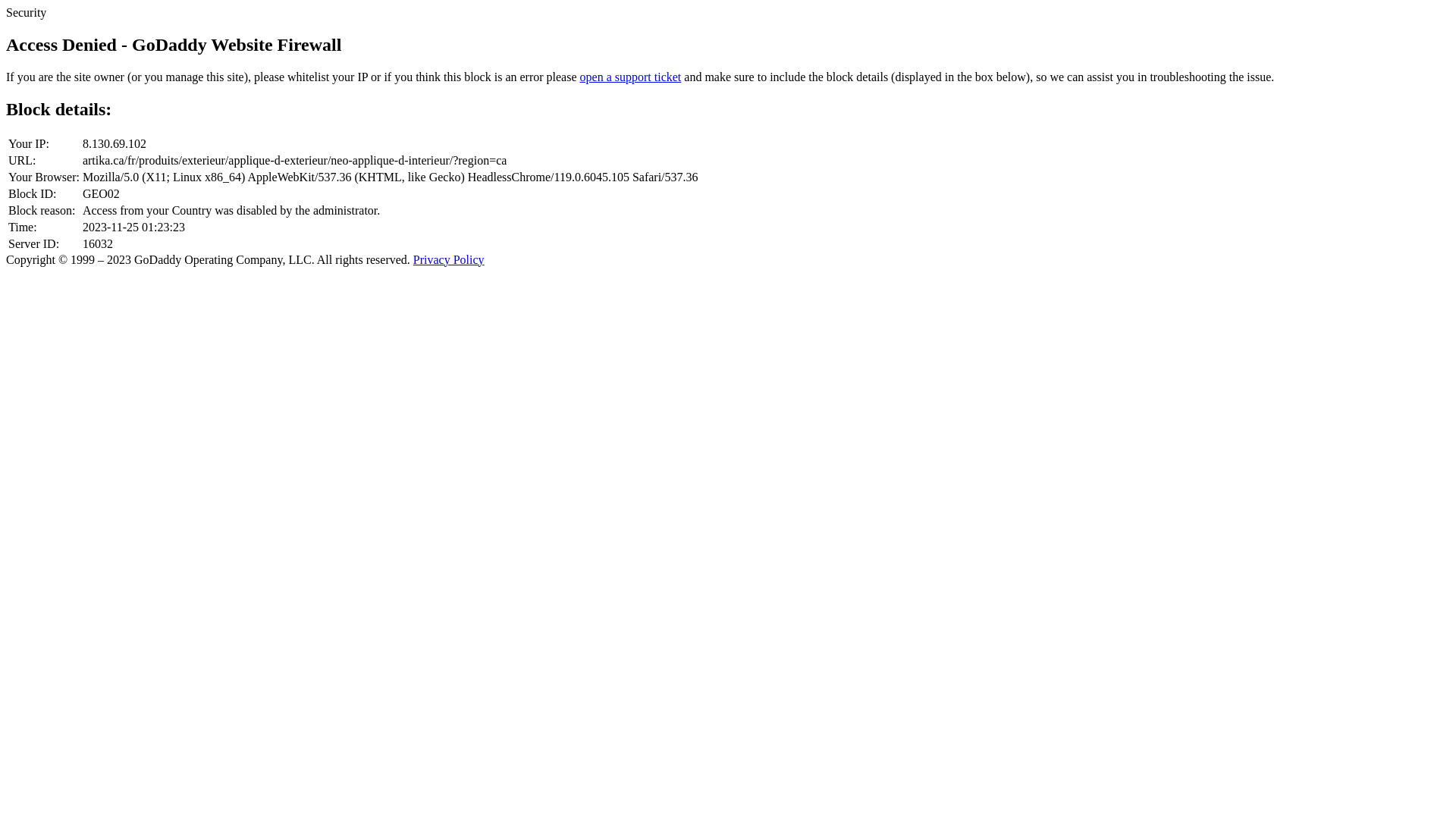 This screenshot has height=819, width=1456. Describe the element at coordinates (447, 259) in the screenshot. I see `'Privacy Policy'` at that location.